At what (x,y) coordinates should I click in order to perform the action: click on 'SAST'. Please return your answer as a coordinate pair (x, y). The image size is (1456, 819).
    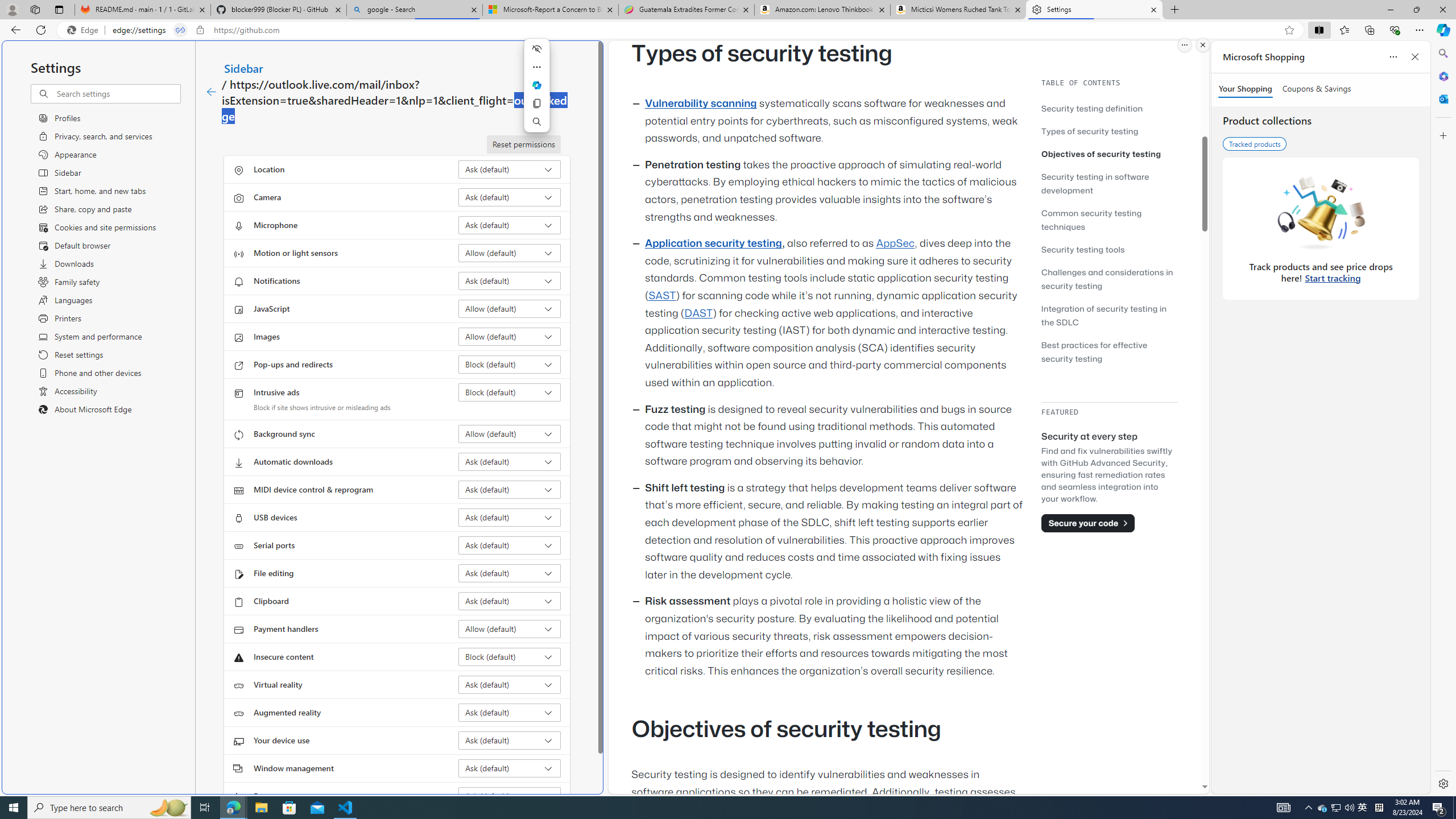
    Looking at the image, I should click on (661, 295).